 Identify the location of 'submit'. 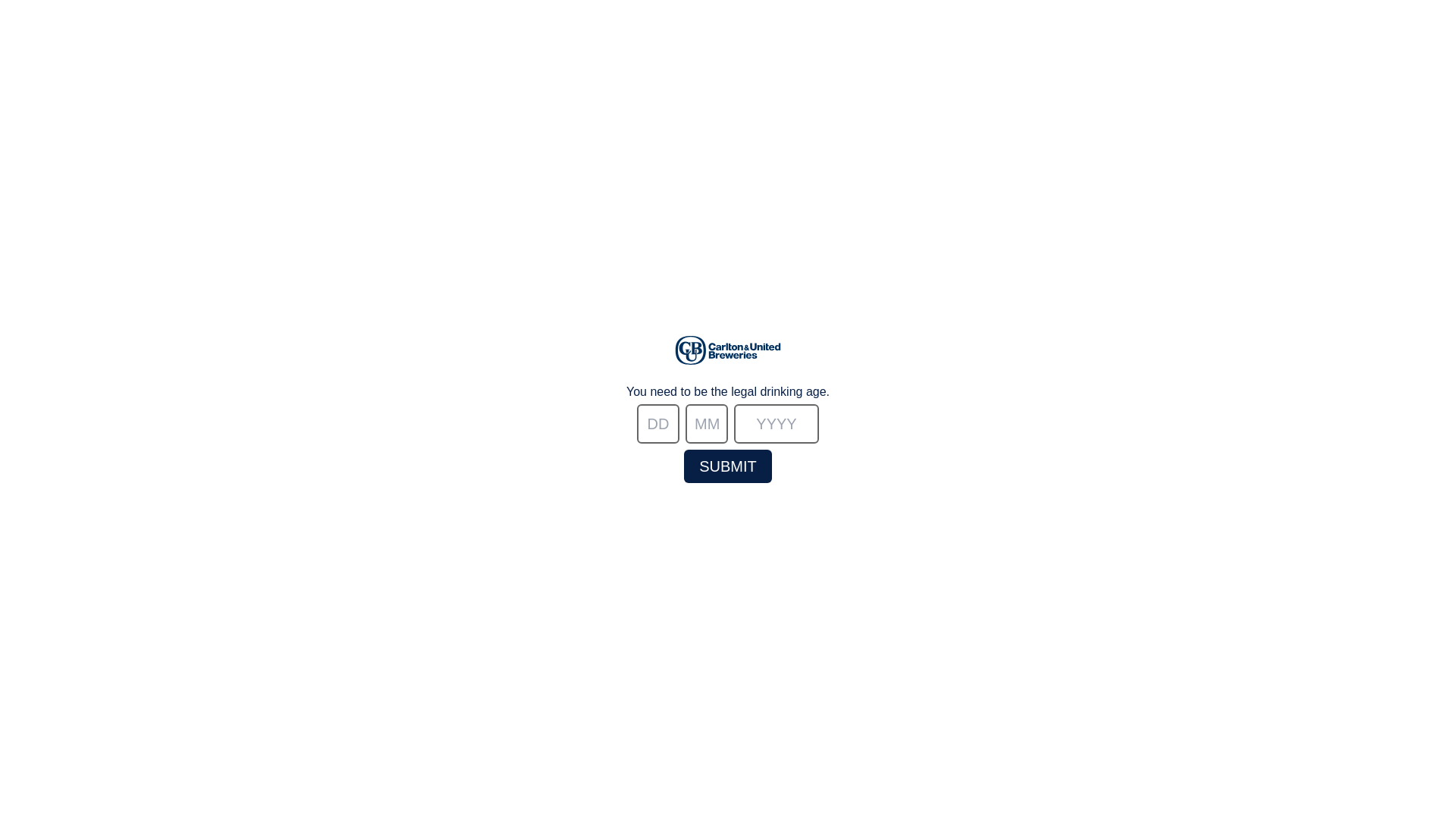
(683, 465).